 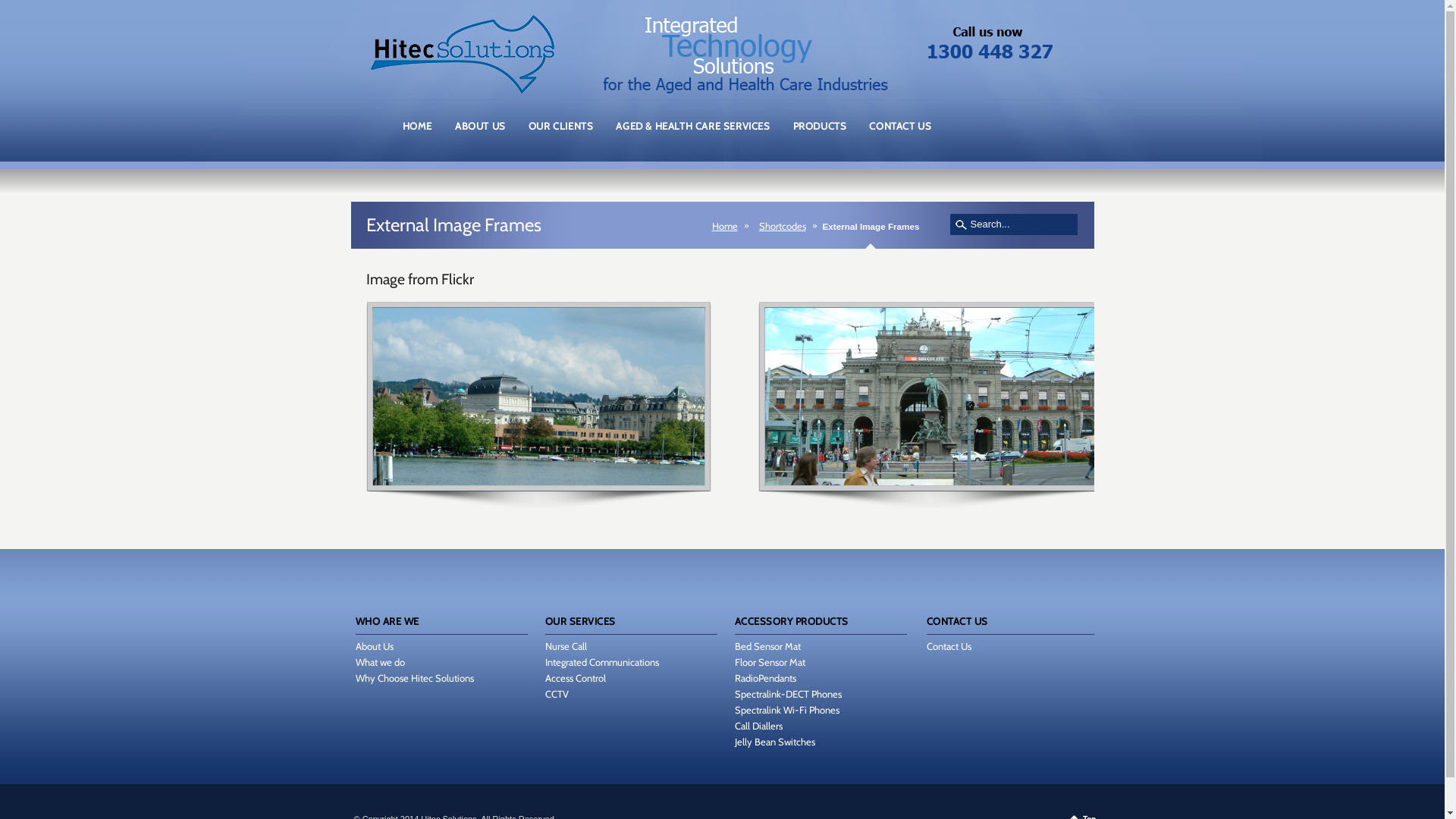 I want to click on 'Why Choose Hitec Solutions', so click(x=414, y=677).